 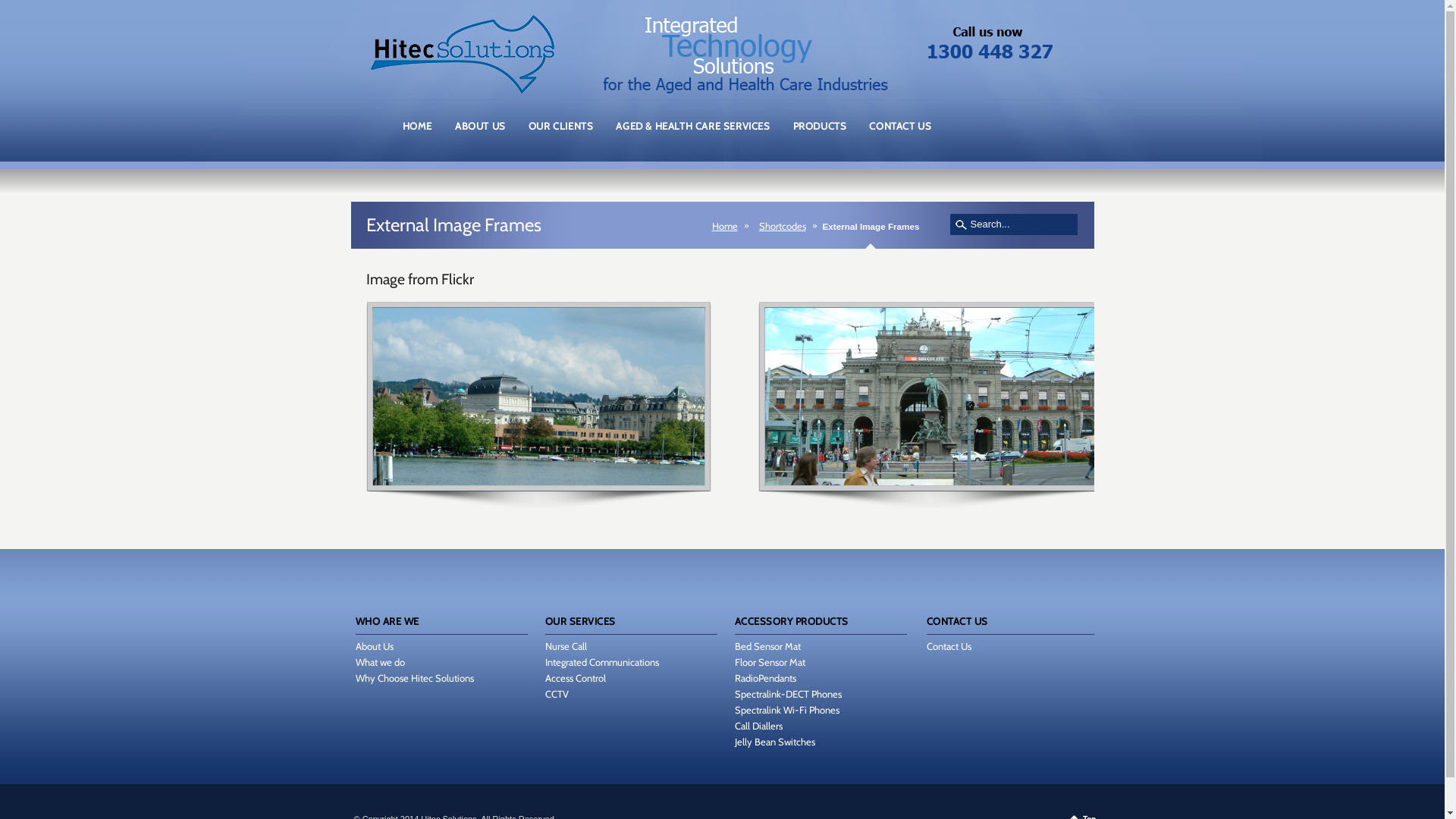 I want to click on 'Why Choose Hitec Solutions', so click(x=414, y=677).